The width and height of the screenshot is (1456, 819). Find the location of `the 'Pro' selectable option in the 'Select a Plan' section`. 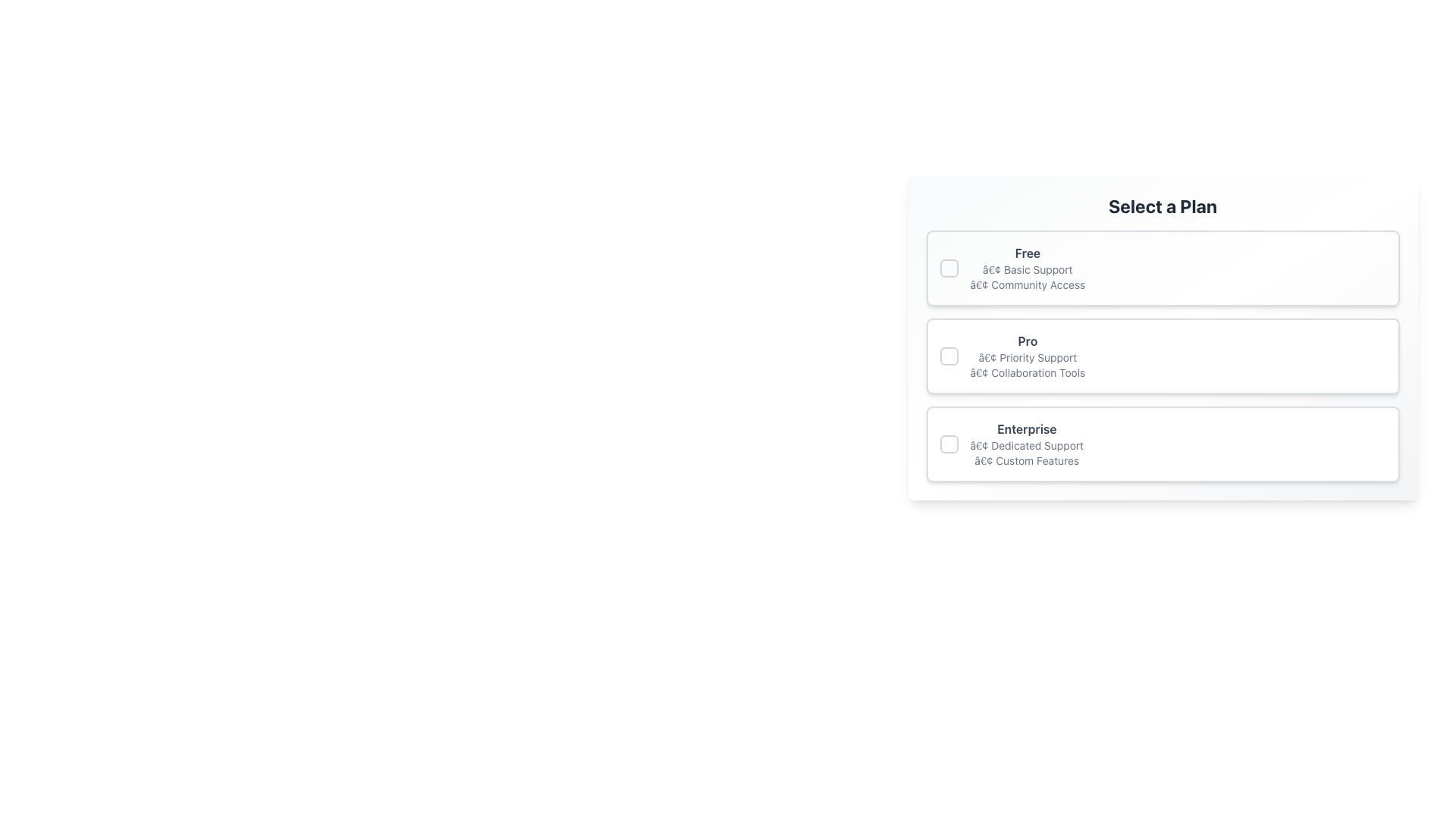

the 'Pro' selectable option in the 'Select a Plan' section is located at coordinates (1162, 356).